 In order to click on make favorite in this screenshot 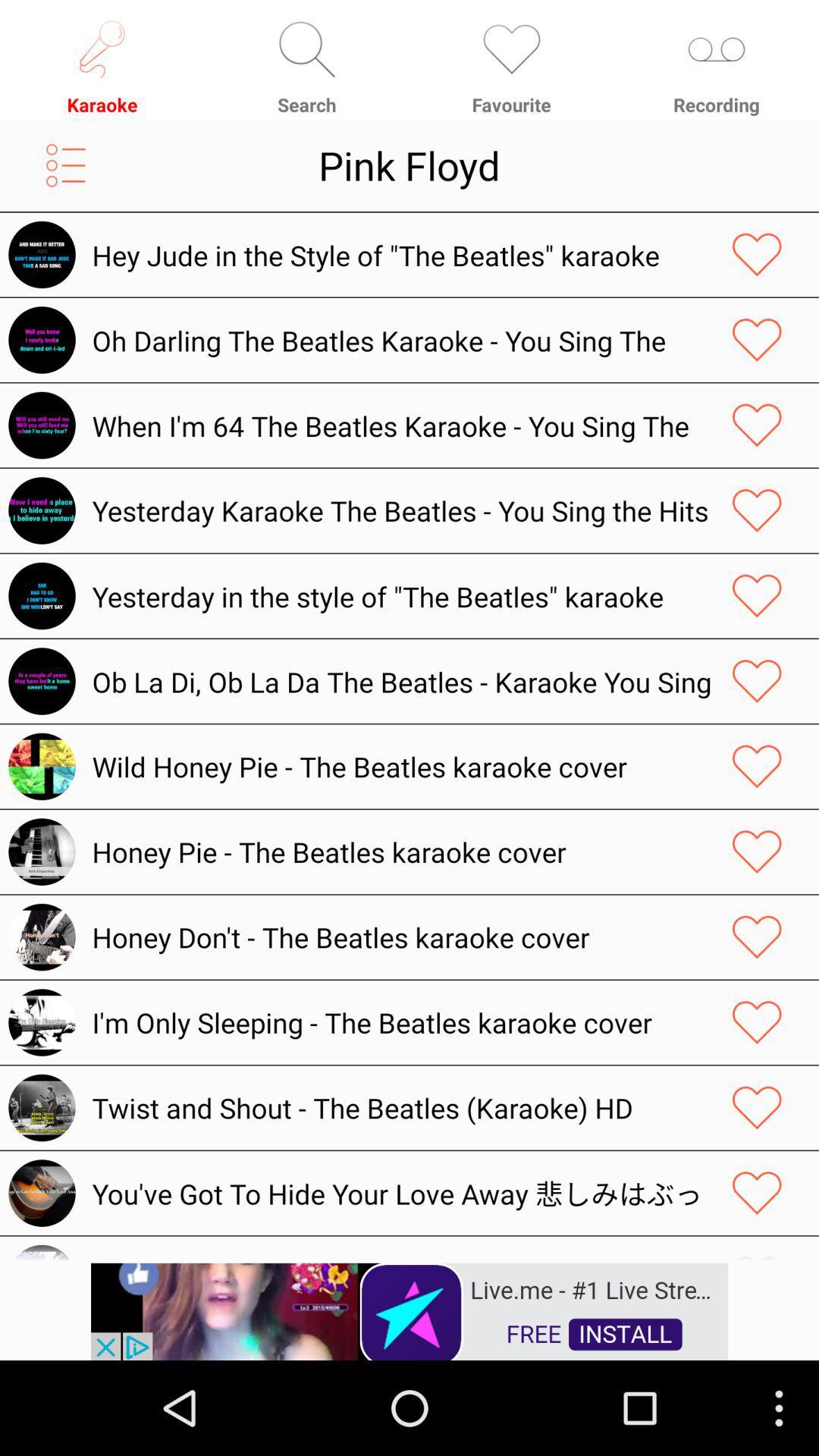, I will do `click(757, 425)`.